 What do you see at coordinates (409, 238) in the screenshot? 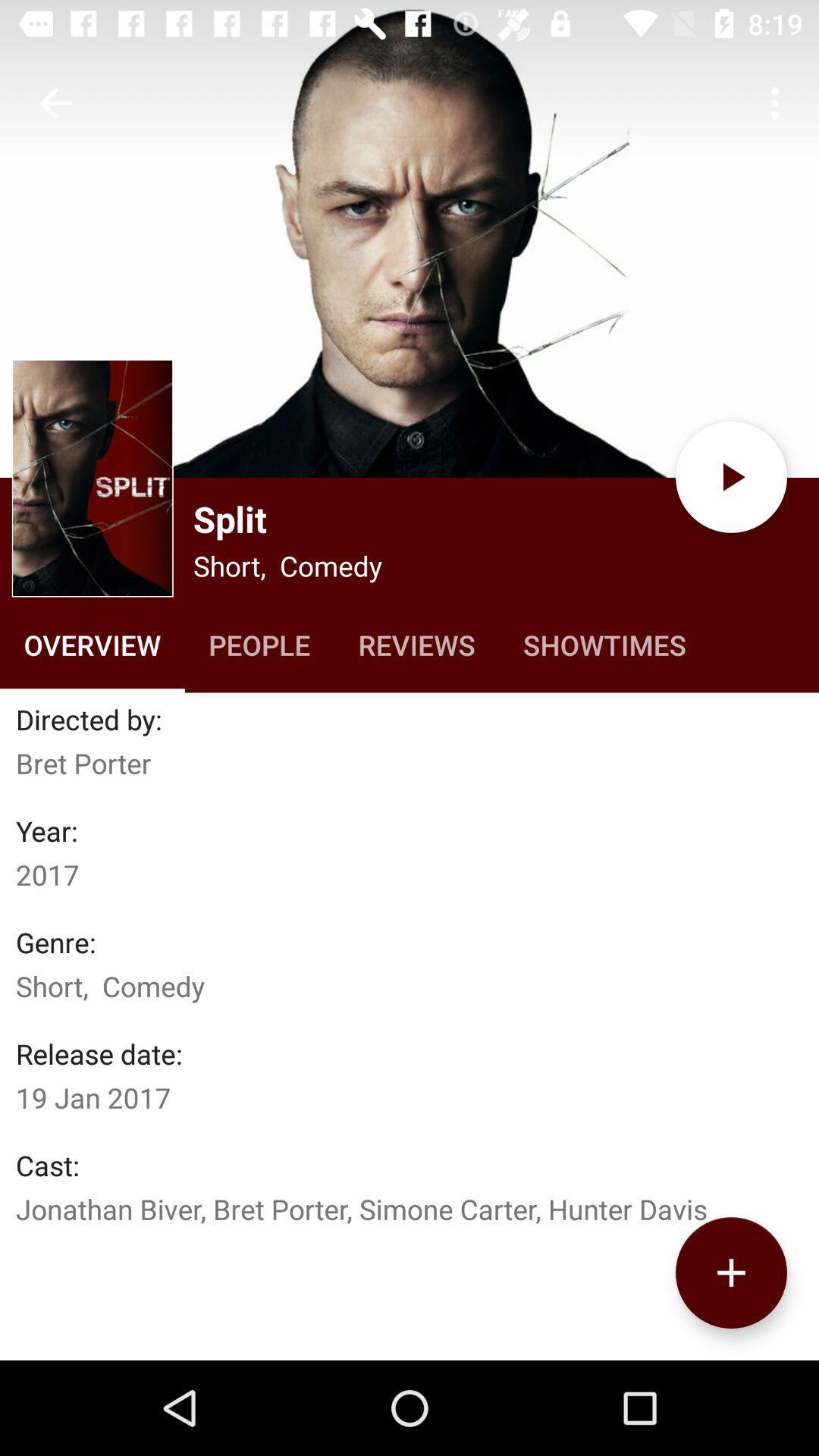
I see `movie photo` at bounding box center [409, 238].